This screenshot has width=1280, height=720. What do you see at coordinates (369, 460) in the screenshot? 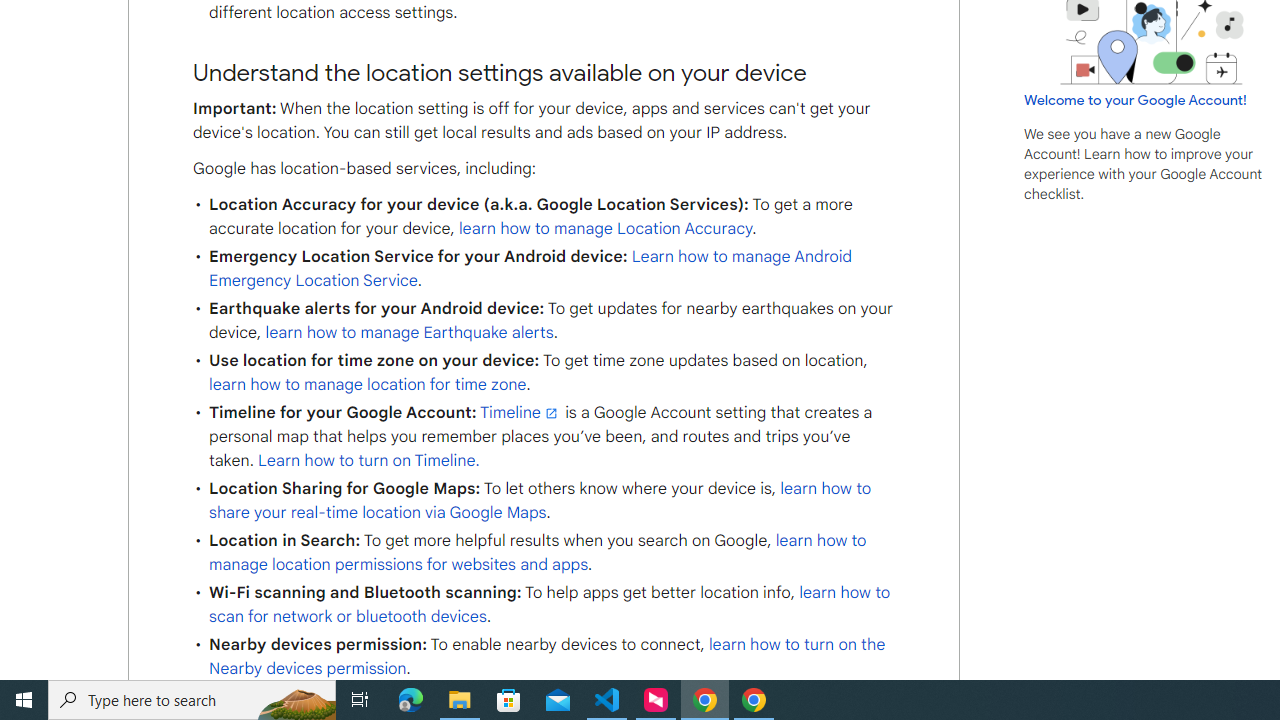
I see `'Learn how to turn on Timeline.'` at bounding box center [369, 460].